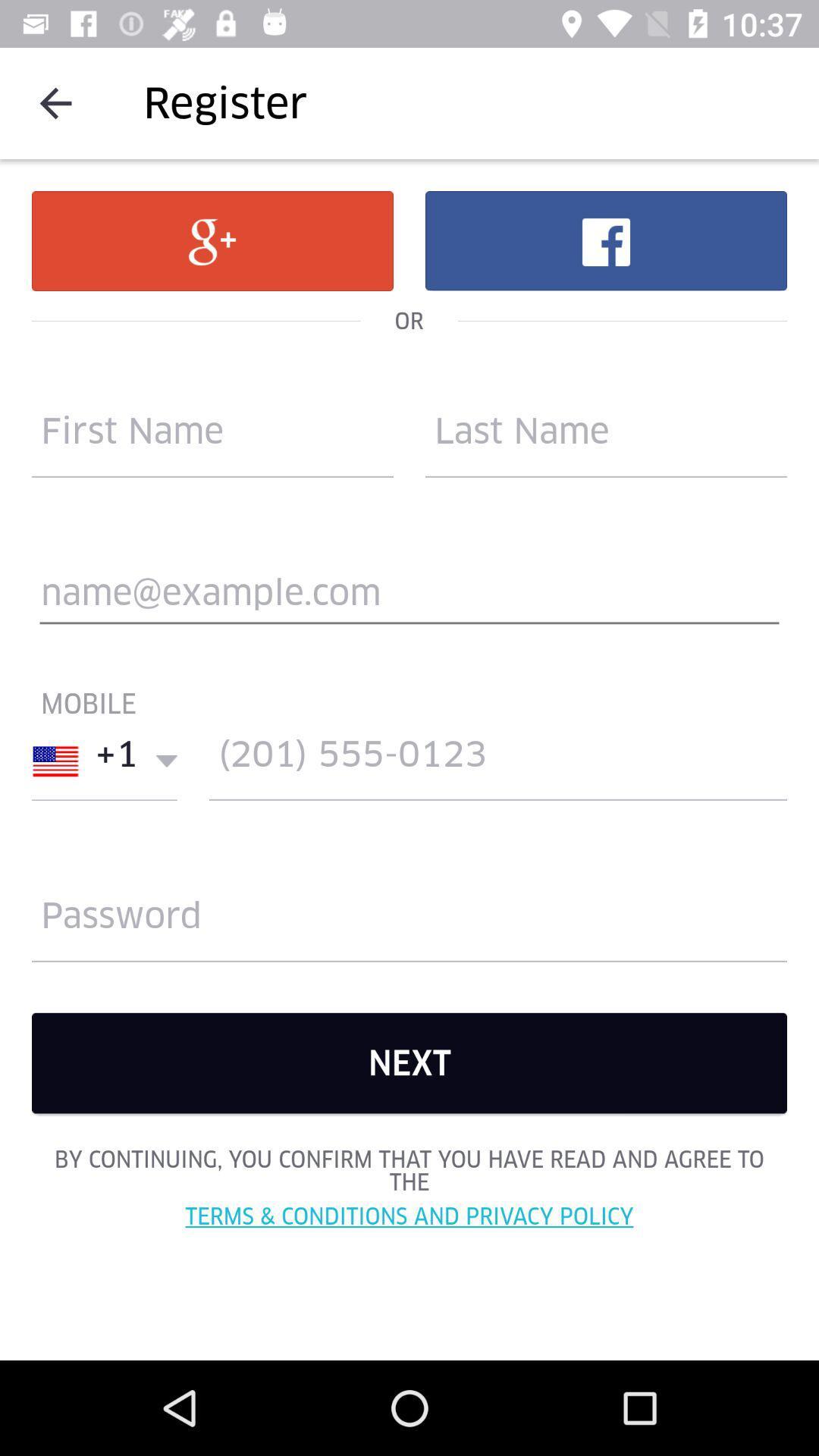  I want to click on place to enter the first name, so click(212, 438).